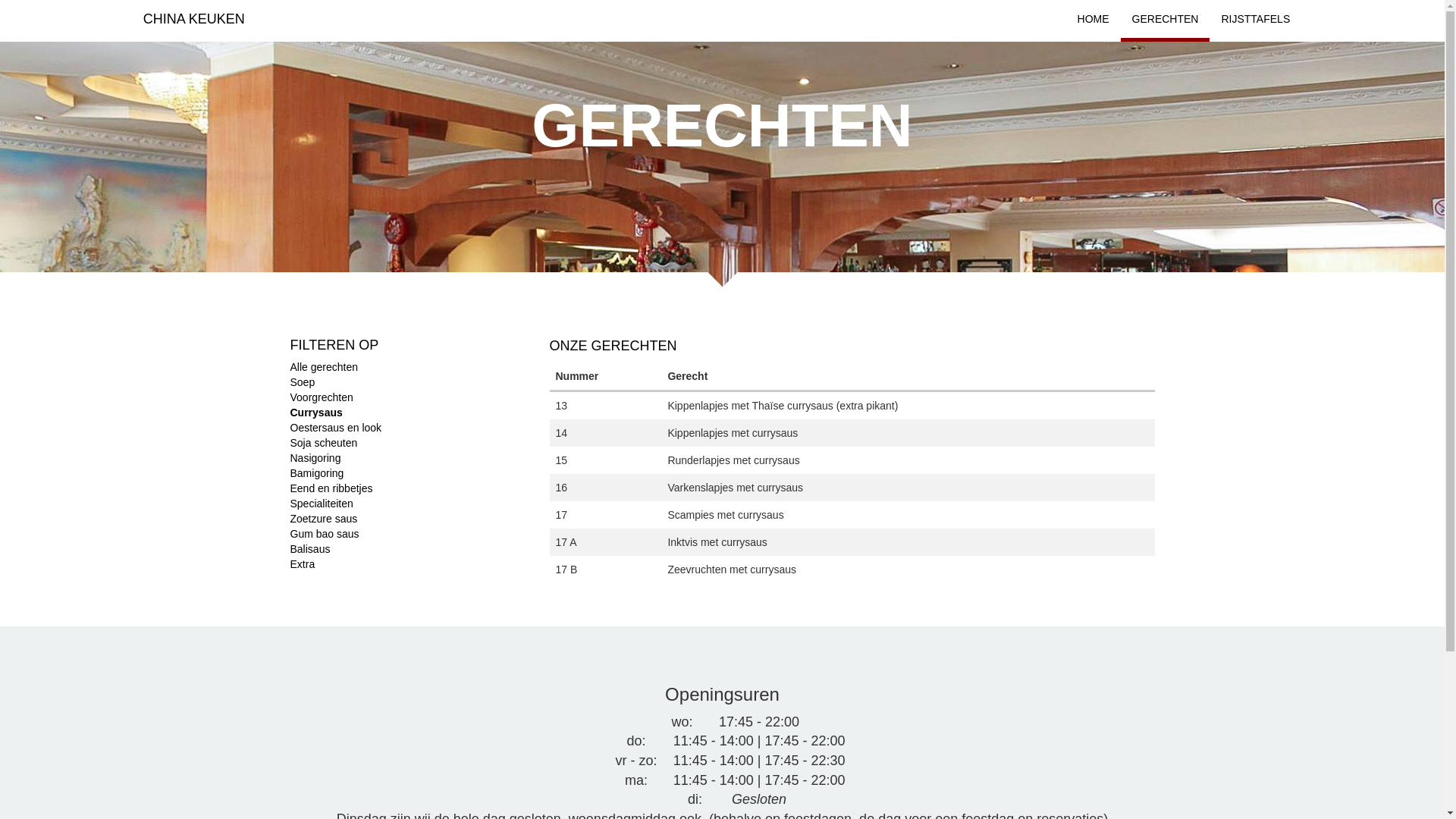  I want to click on 'Apply', so click(0, 9).